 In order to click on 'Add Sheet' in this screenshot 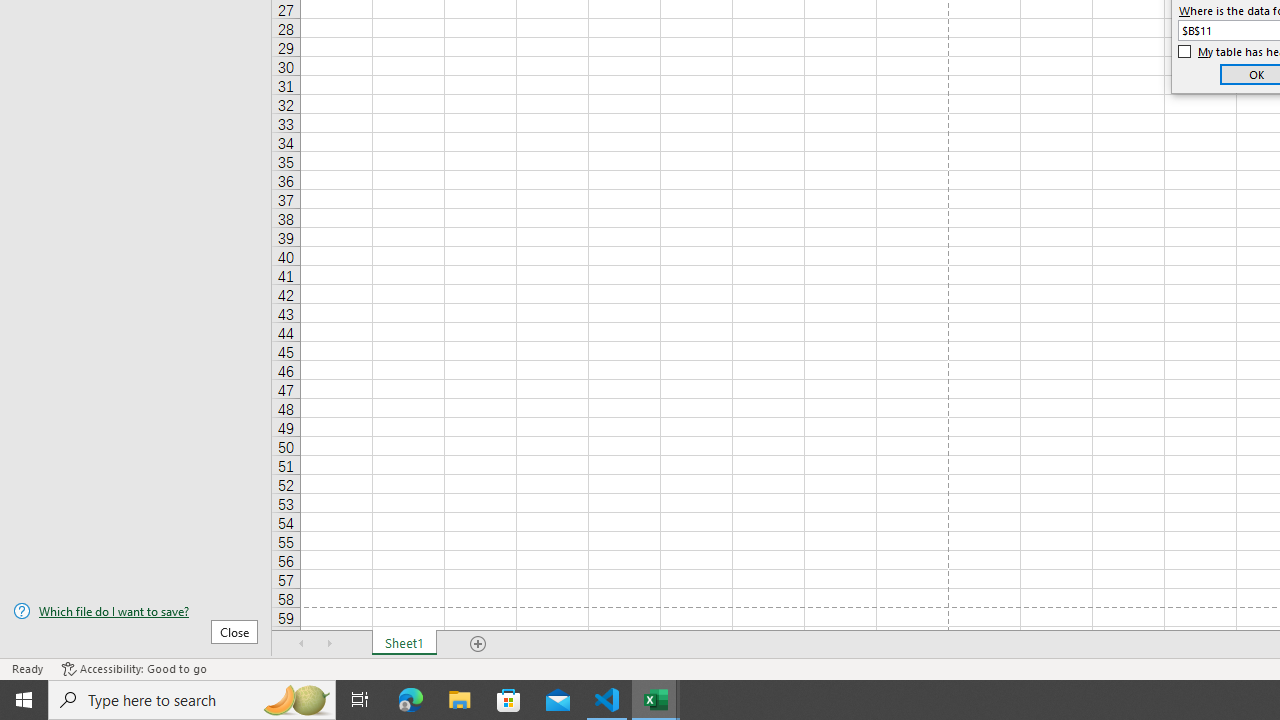, I will do `click(477, 644)`.